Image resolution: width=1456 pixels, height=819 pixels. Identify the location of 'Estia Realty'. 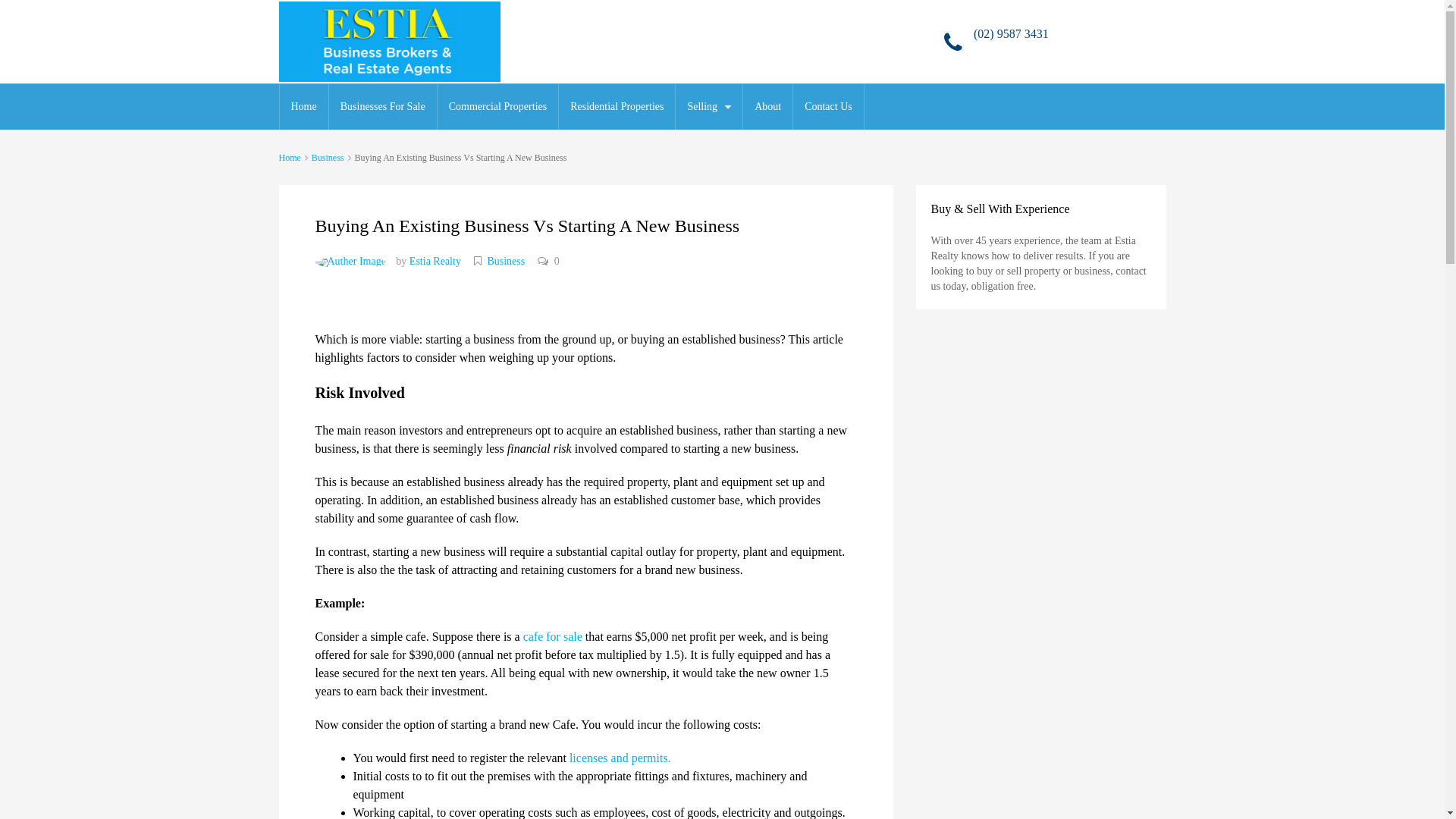
(435, 260).